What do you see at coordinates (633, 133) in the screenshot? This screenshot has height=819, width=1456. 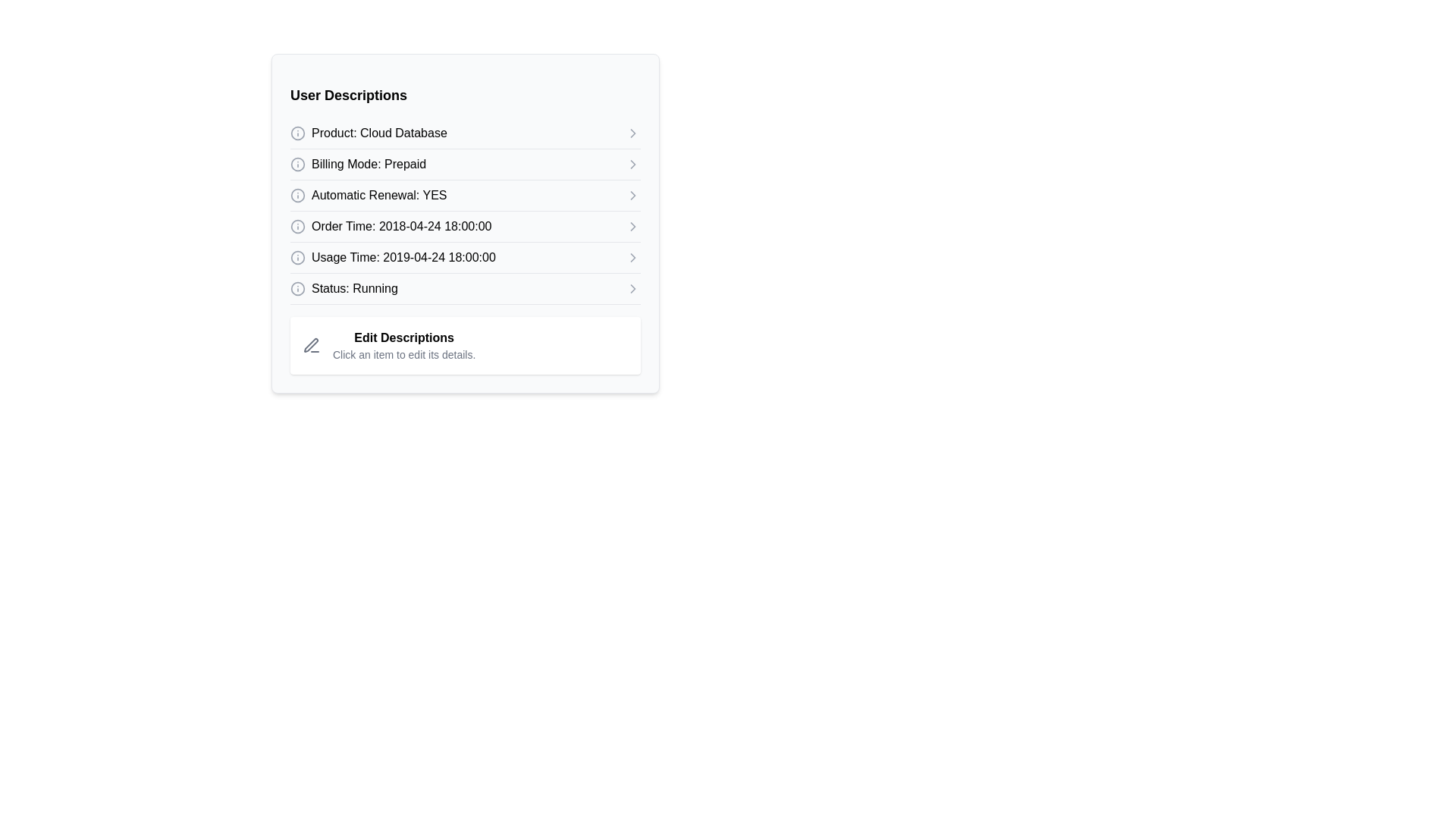 I see `the right-pointing chevron icon located next to the text 'Product: Cloud Database' in the user descriptions list` at bounding box center [633, 133].